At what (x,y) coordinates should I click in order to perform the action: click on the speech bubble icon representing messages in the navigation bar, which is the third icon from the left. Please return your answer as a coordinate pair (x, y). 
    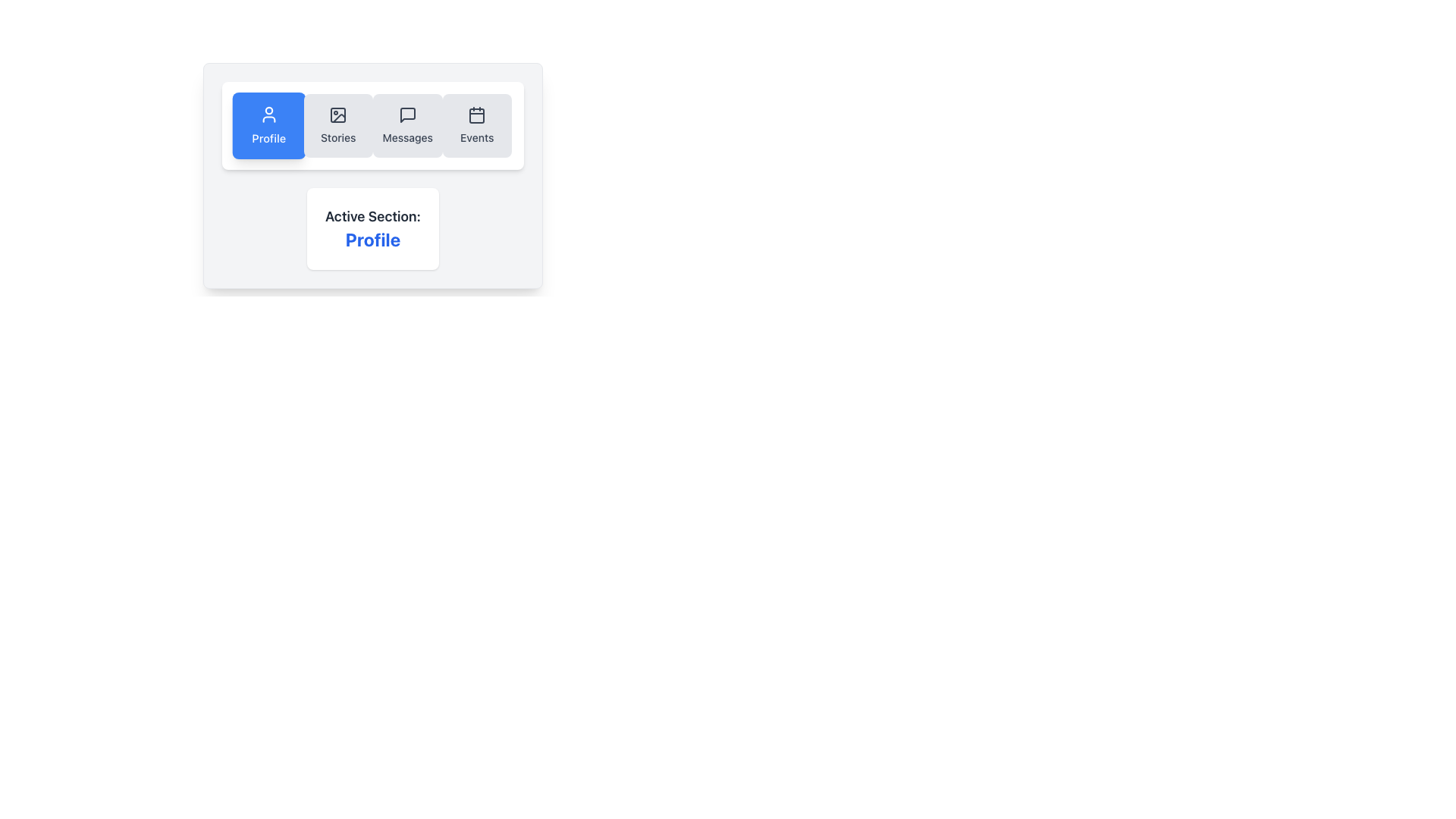
    Looking at the image, I should click on (407, 114).